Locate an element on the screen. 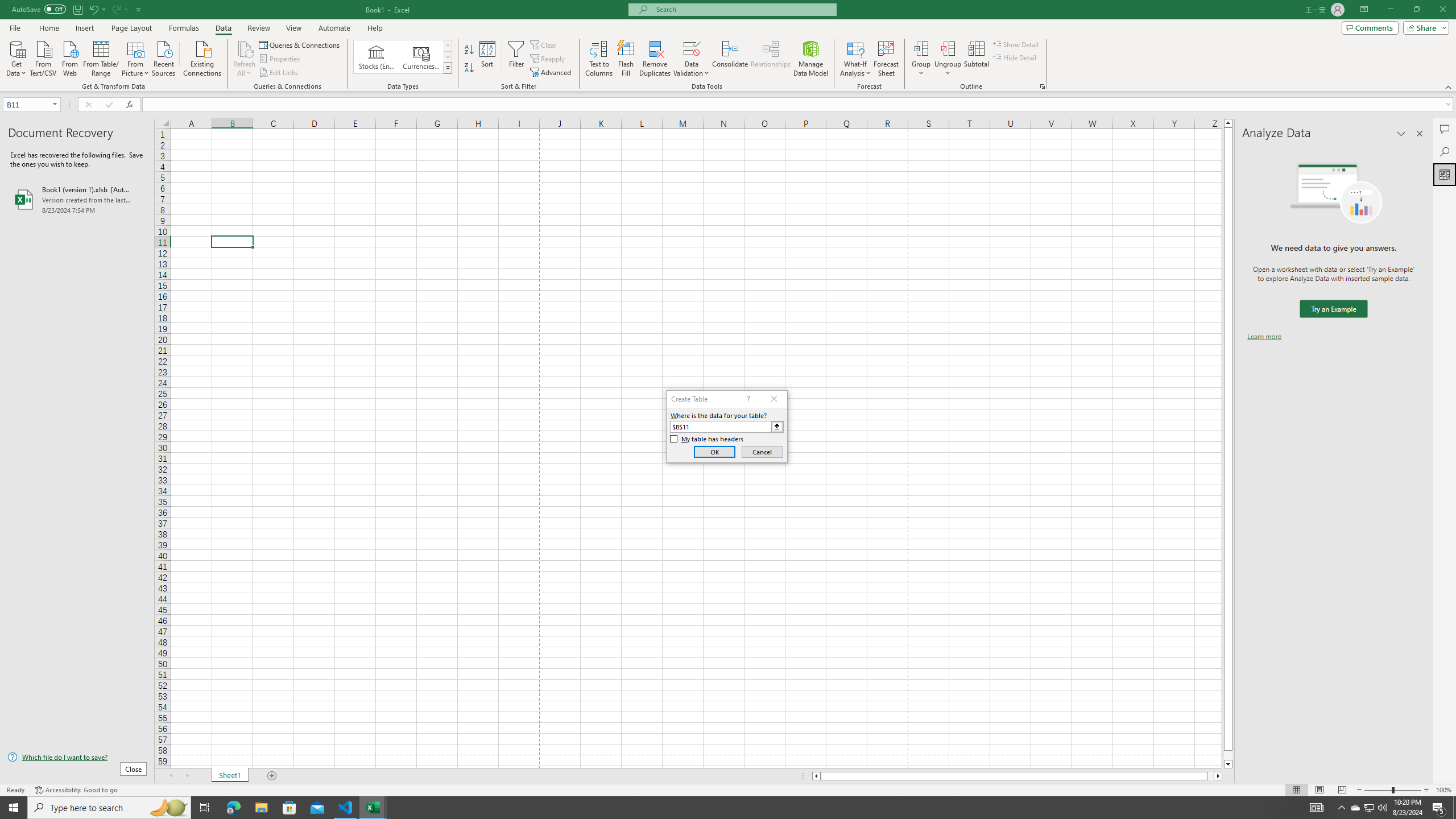 This screenshot has width=1456, height=819. 'Data Validation...' is located at coordinates (691, 59).